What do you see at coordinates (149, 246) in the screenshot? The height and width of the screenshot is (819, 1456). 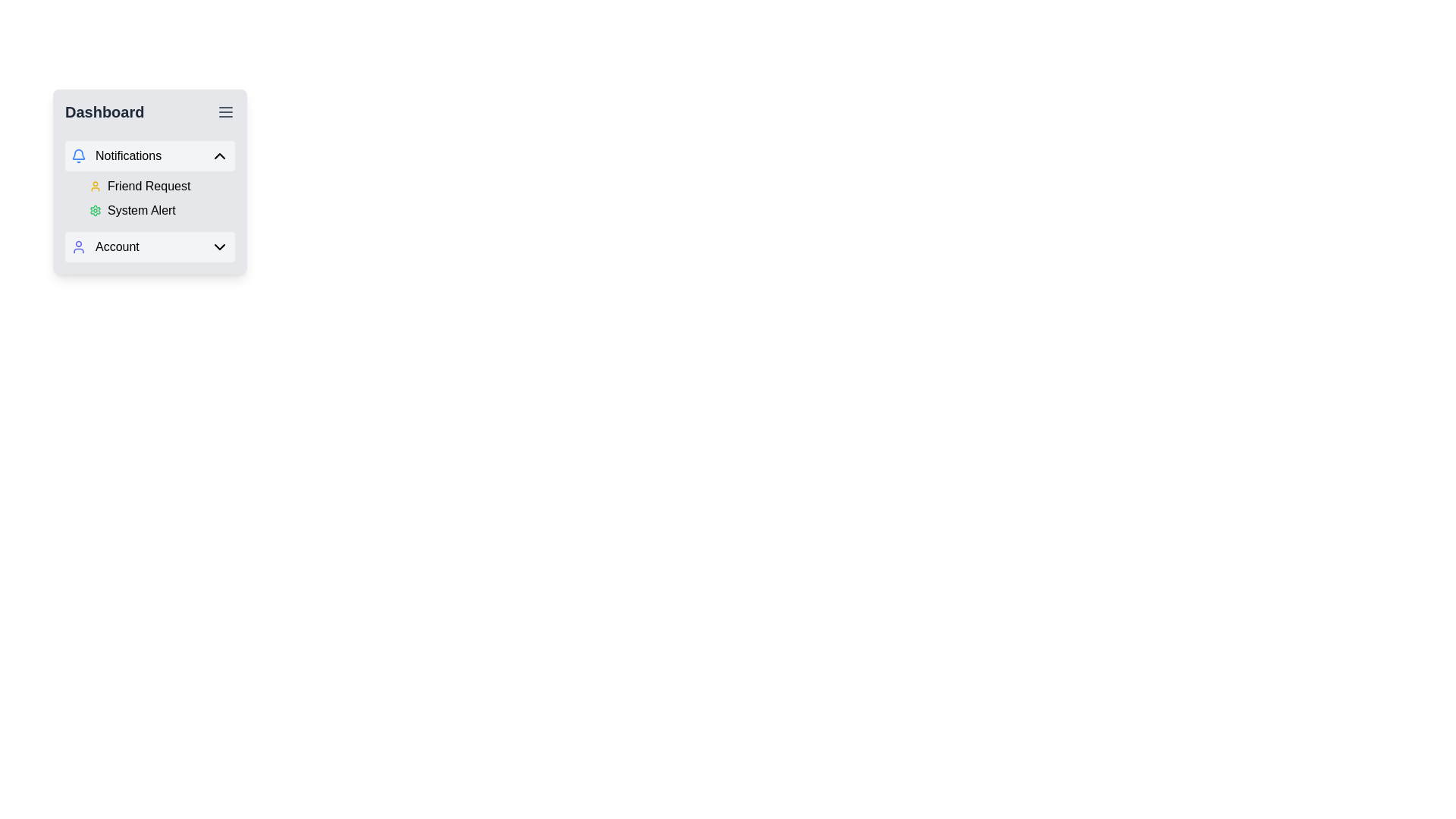 I see `the button for account-related options` at bounding box center [149, 246].